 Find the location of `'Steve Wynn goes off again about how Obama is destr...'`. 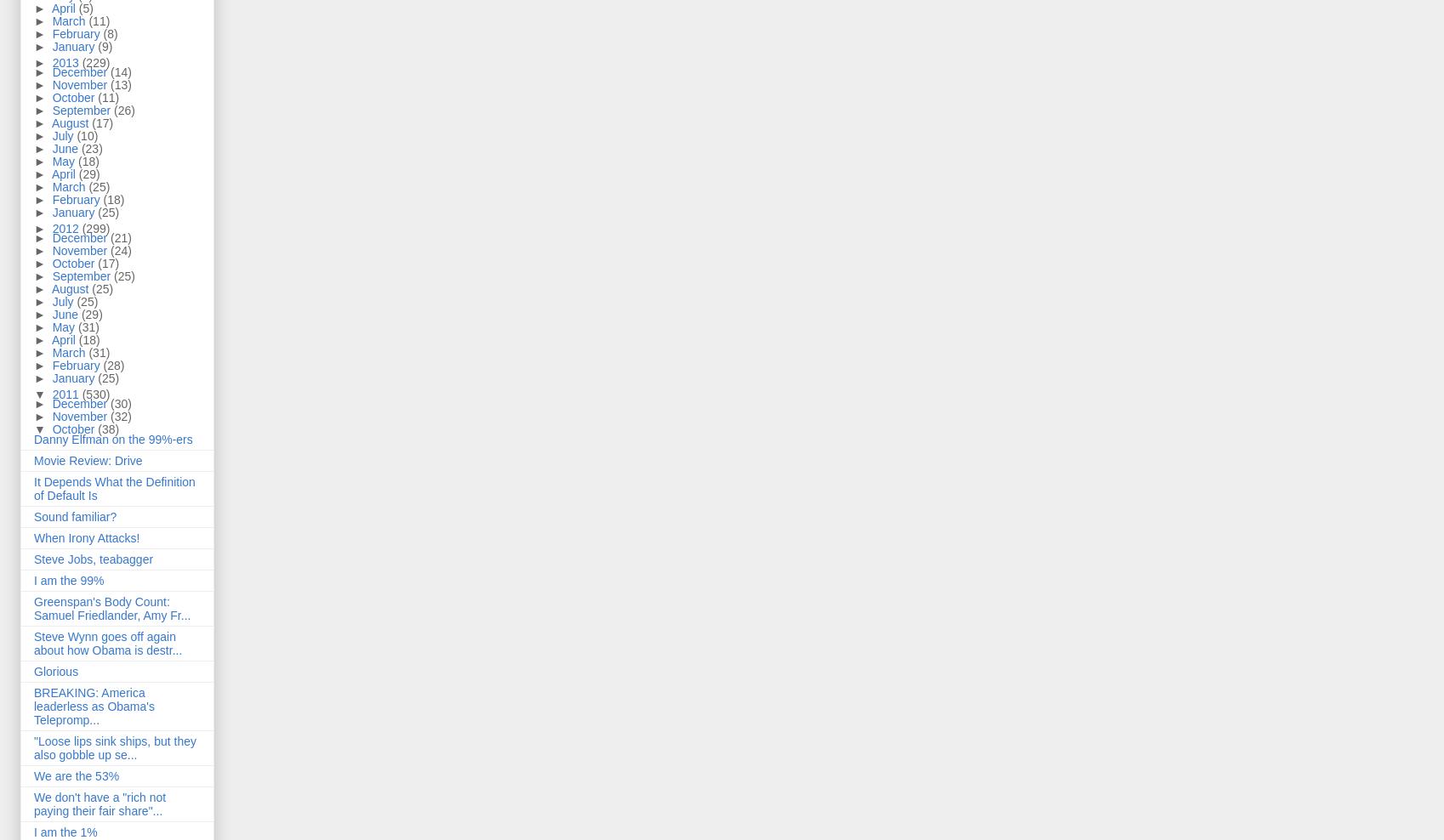

'Steve Wynn goes off again about how Obama is destr...' is located at coordinates (34, 642).